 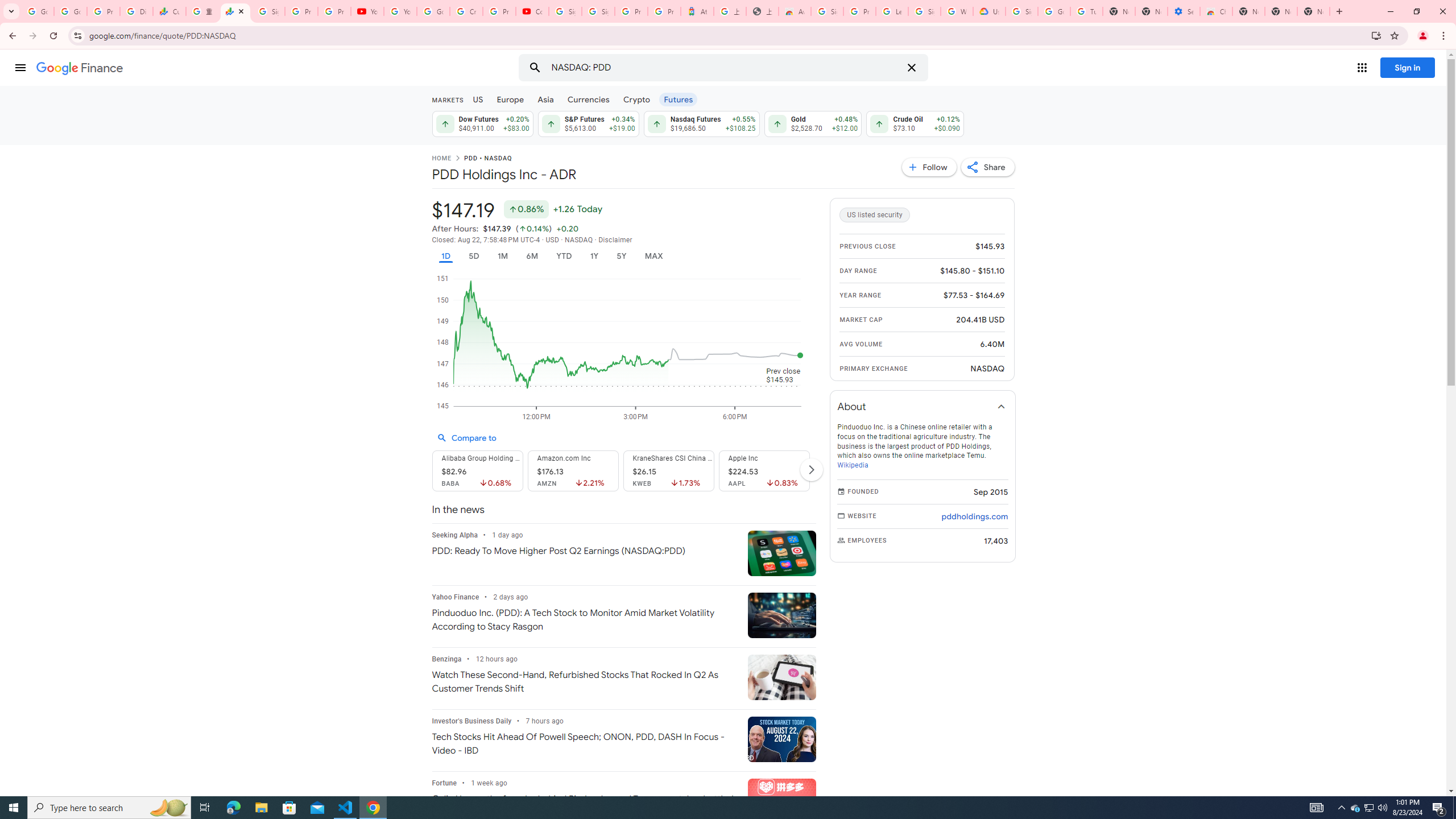 I want to click on 'Atour Hotel - Google hotels', so click(x=697, y=11).